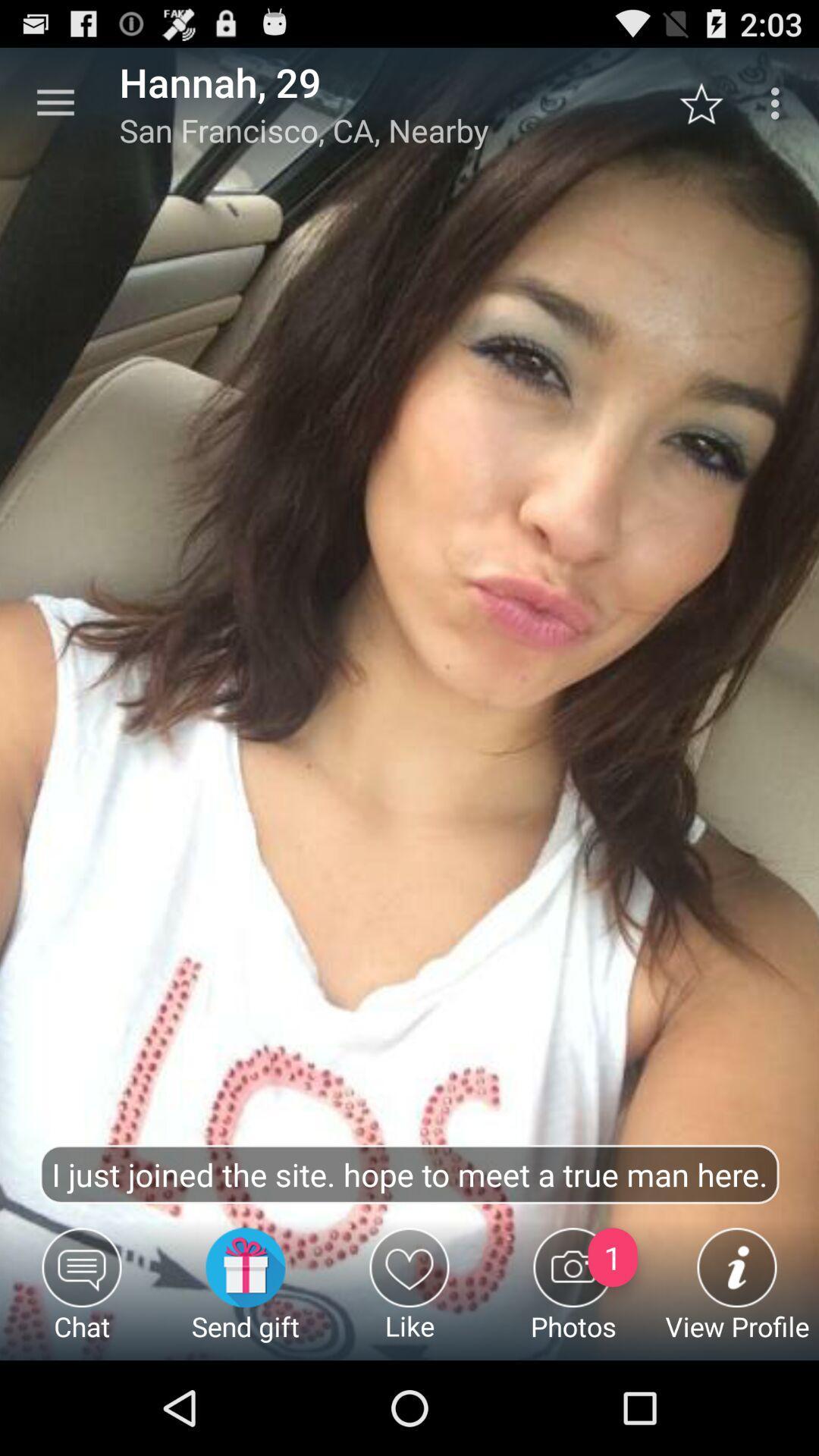  I want to click on the icon above i just joined icon, so click(55, 102).